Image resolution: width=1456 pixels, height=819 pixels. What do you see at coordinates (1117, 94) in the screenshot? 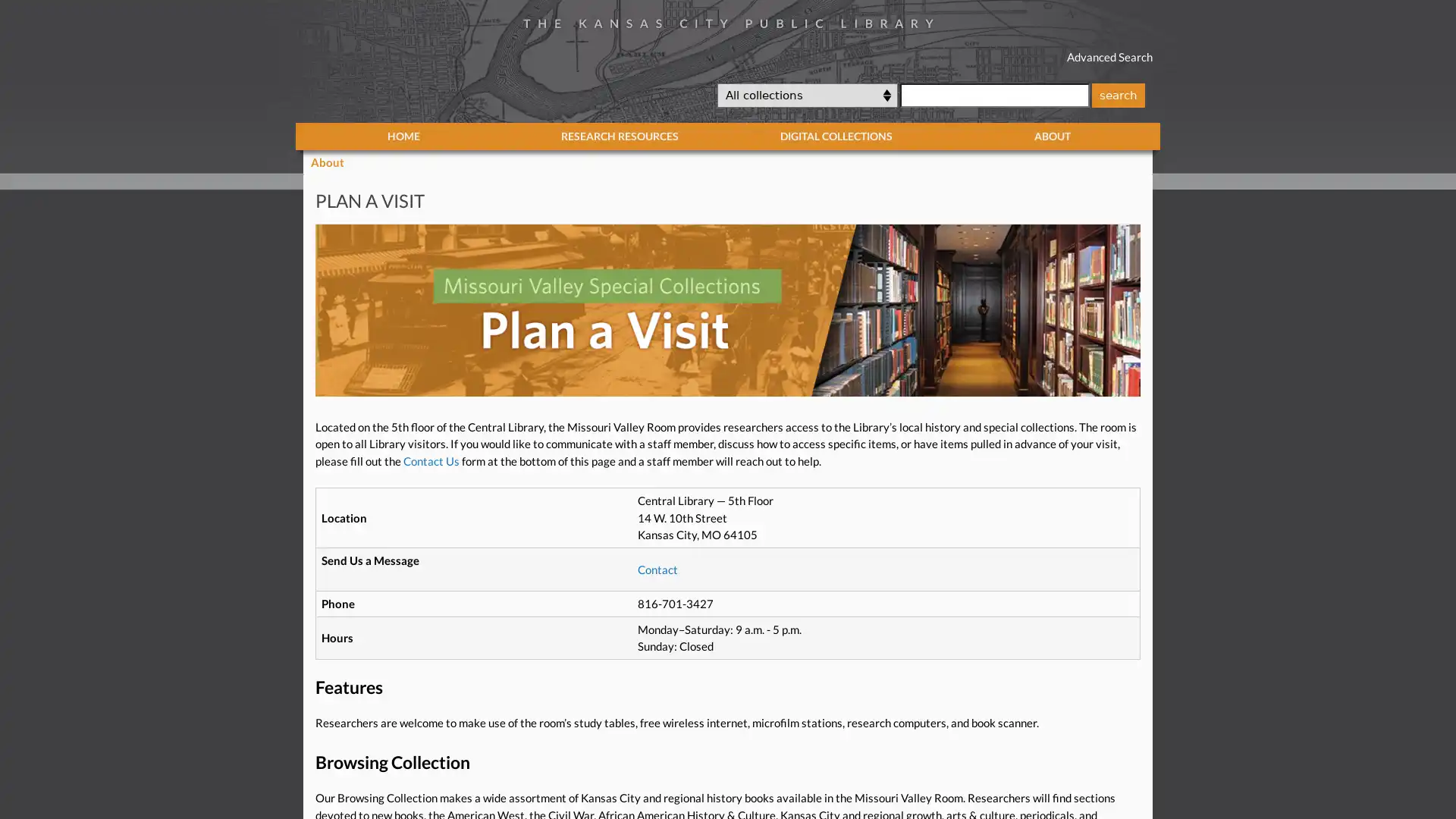
I see `search` at bounding box center [1117, 94].